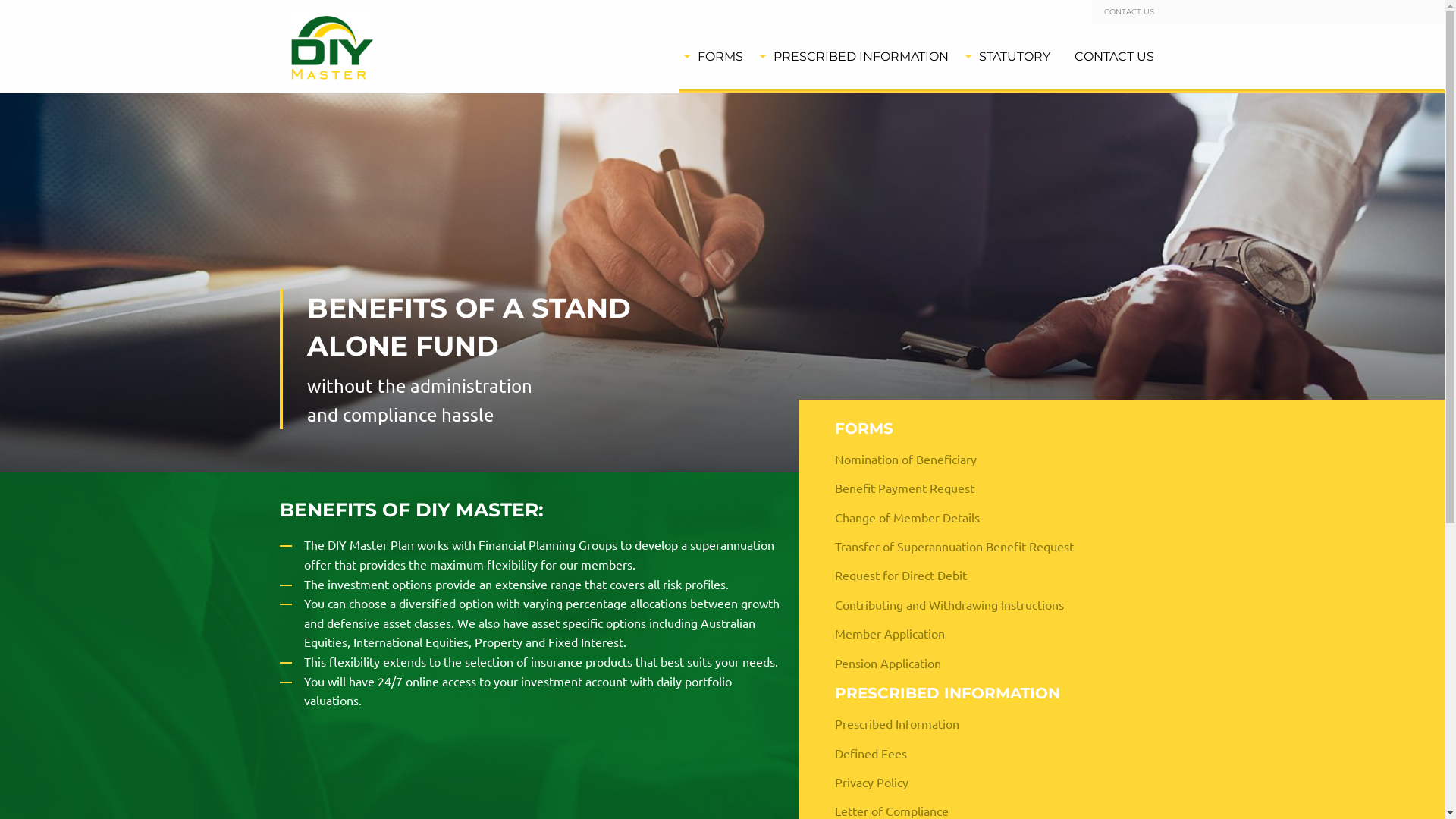 This screenshot has height=819, width=1456. I want to click on 'Transfer of Superannuation Benefit Request', so click(987, 546).